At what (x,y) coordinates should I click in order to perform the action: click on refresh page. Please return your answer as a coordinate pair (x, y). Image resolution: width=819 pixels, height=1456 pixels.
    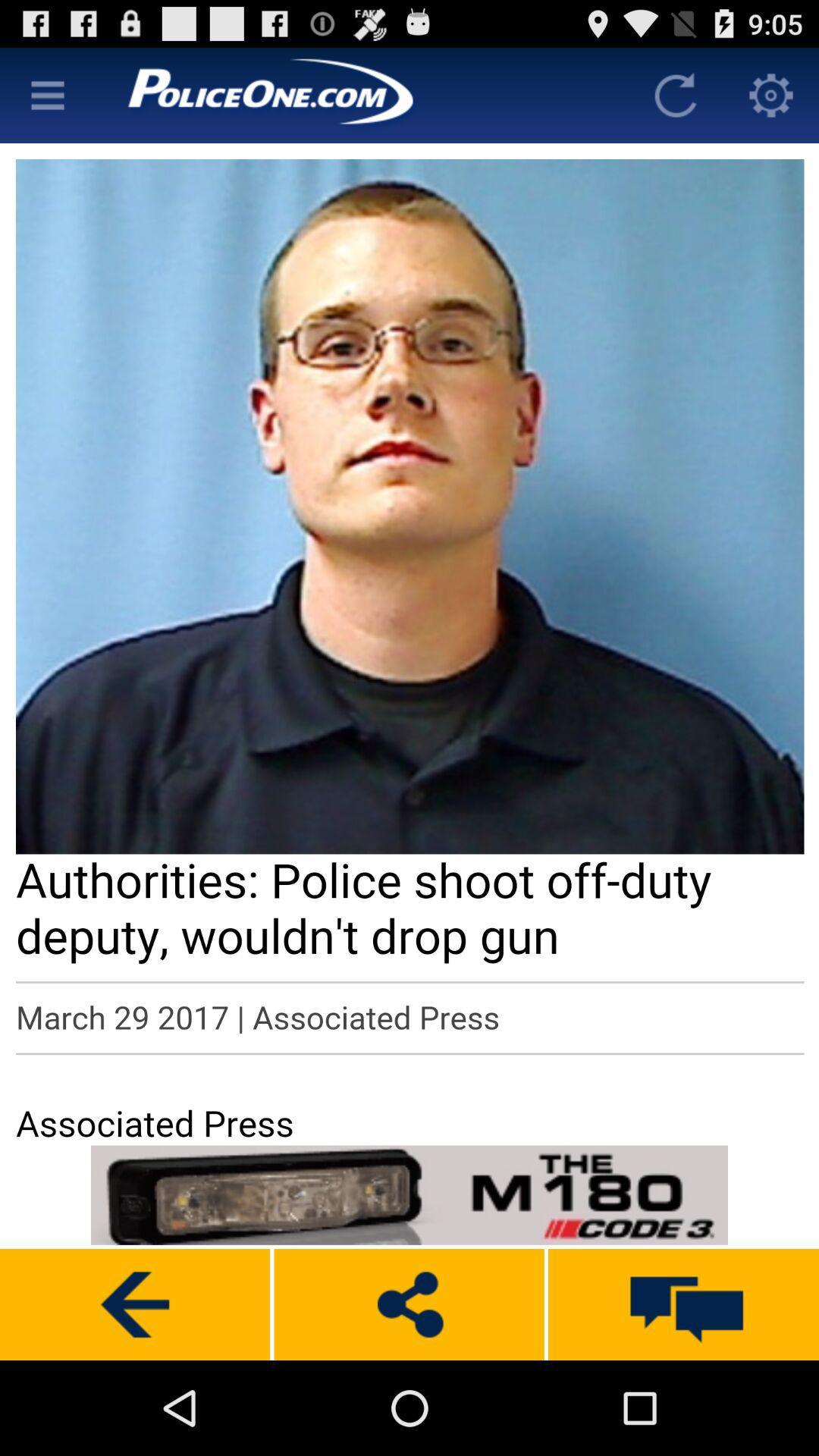
    Looking at the image, I should click on (675, 94).